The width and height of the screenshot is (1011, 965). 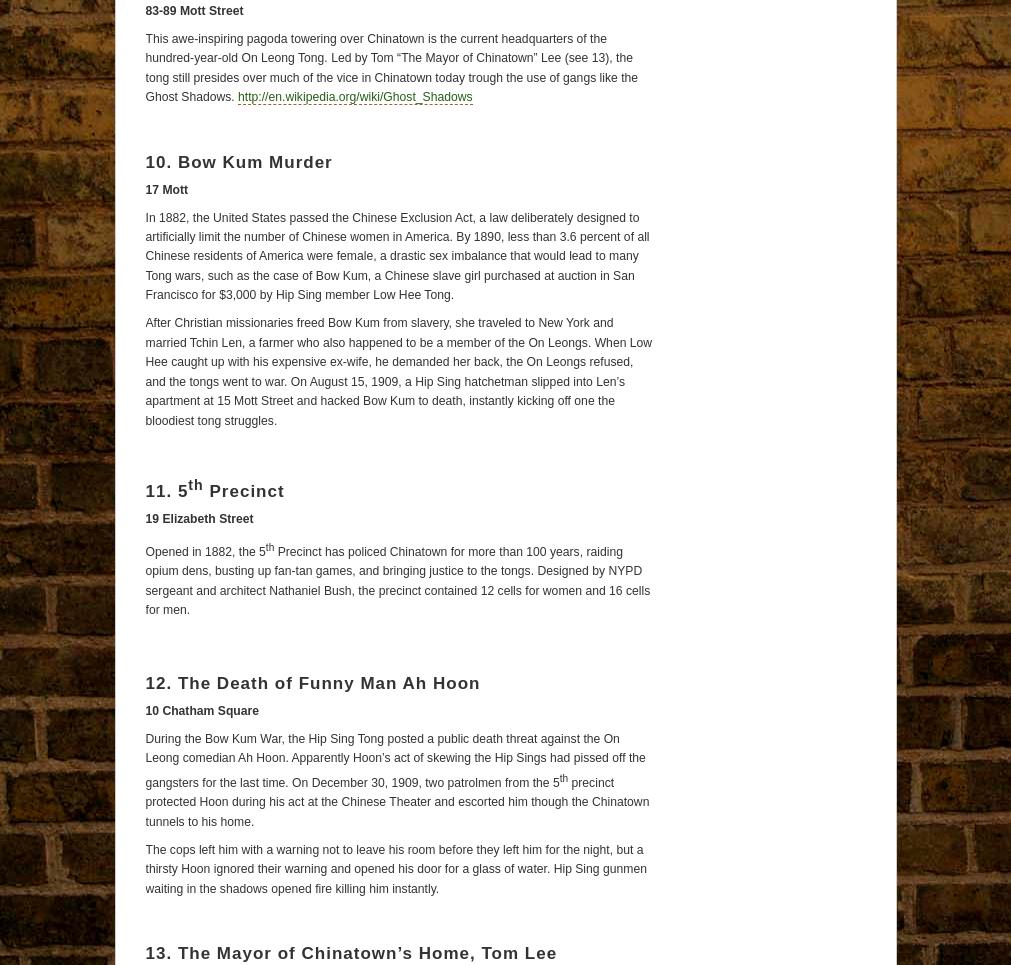 I want to click on 'This awe-inspiring pagoda towering over Chinatown is the current headquarters of the hundred-year-old On Leong Tong. Led by Tom “The Mayor of Chinatown” Lee (see 13), the tong still presides over much of the vice in Chinatown today trough the use of gangs like the Ghost Shadows.', so click(x=143, y=67).